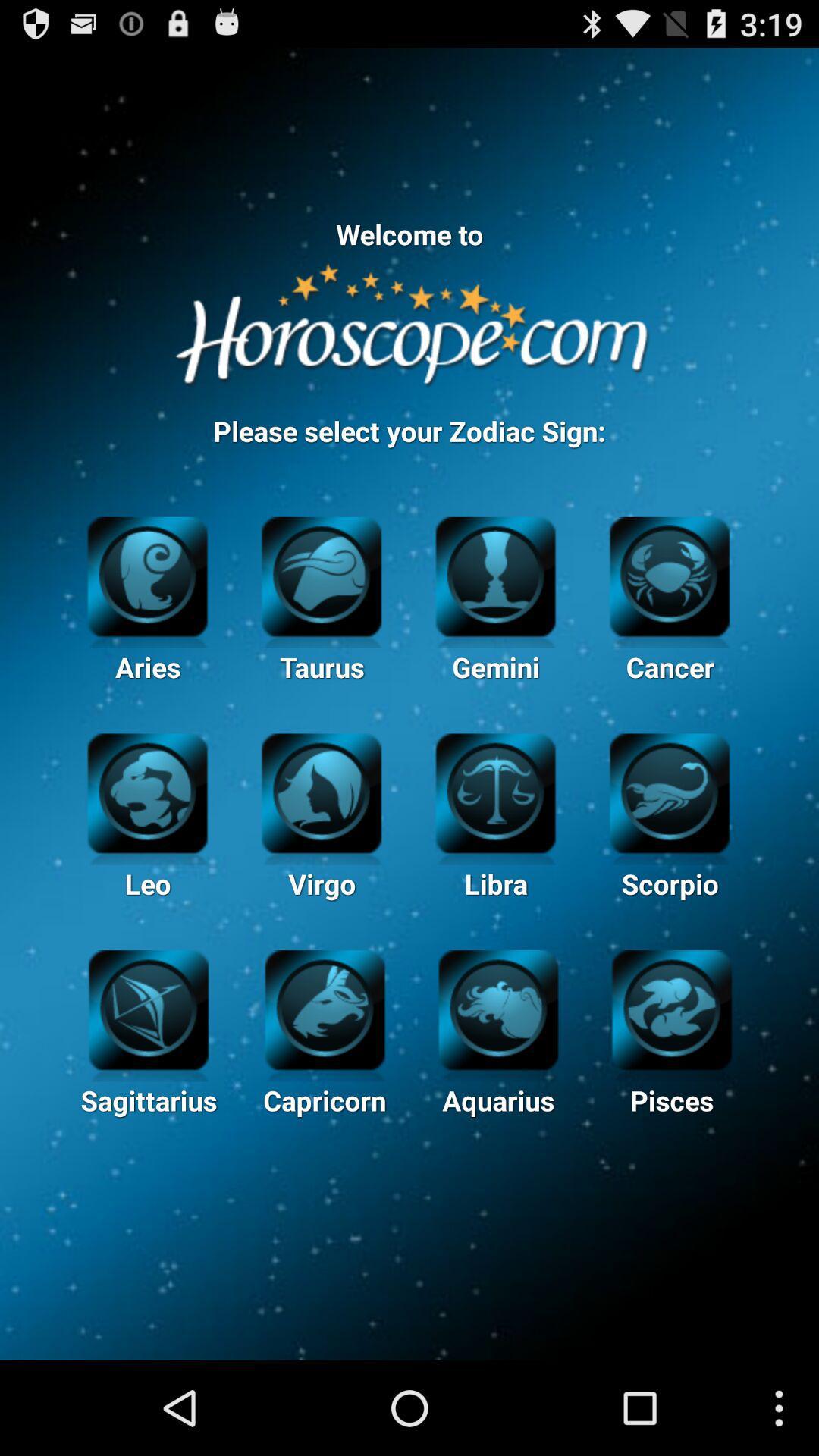 The width and height of the screenshot is (819, 1456). I want to click on aquarium button, so click(498, 1008).